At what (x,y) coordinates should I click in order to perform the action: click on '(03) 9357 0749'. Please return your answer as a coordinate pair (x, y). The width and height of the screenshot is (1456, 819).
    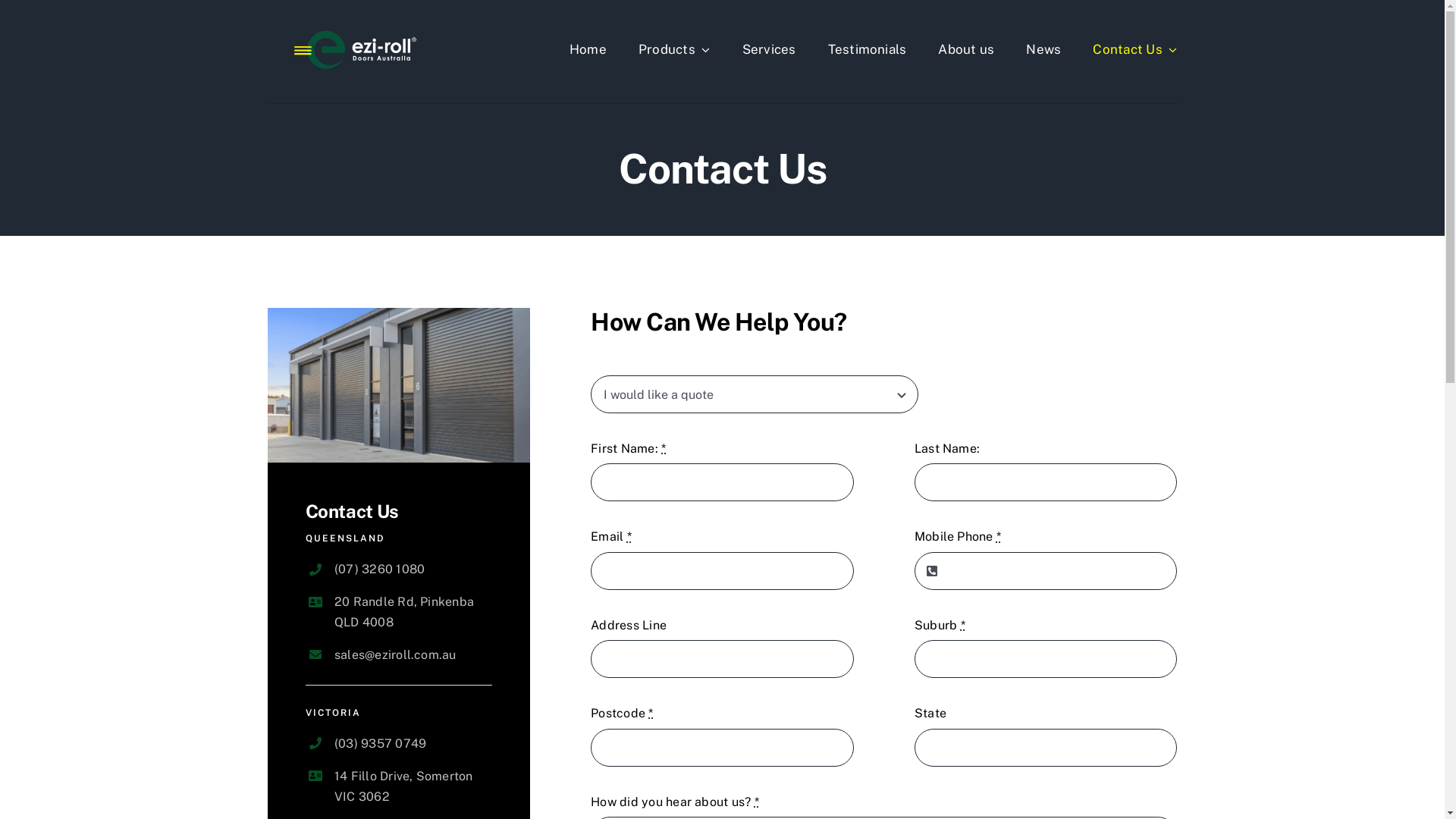
    Looking at the image, I should click on (380, 742).